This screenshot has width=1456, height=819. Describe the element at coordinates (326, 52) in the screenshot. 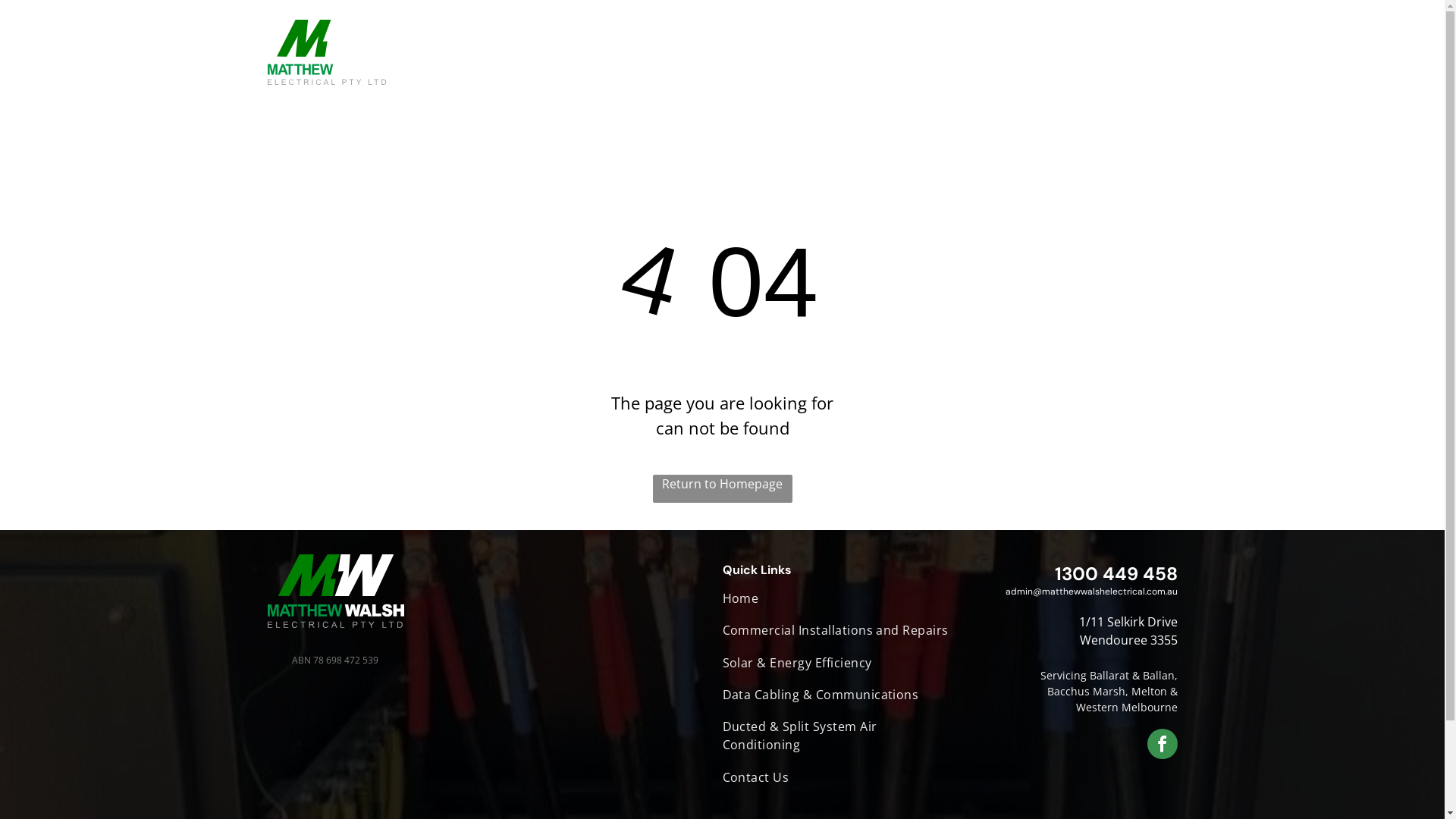

I see `'Back to home'` at that location.